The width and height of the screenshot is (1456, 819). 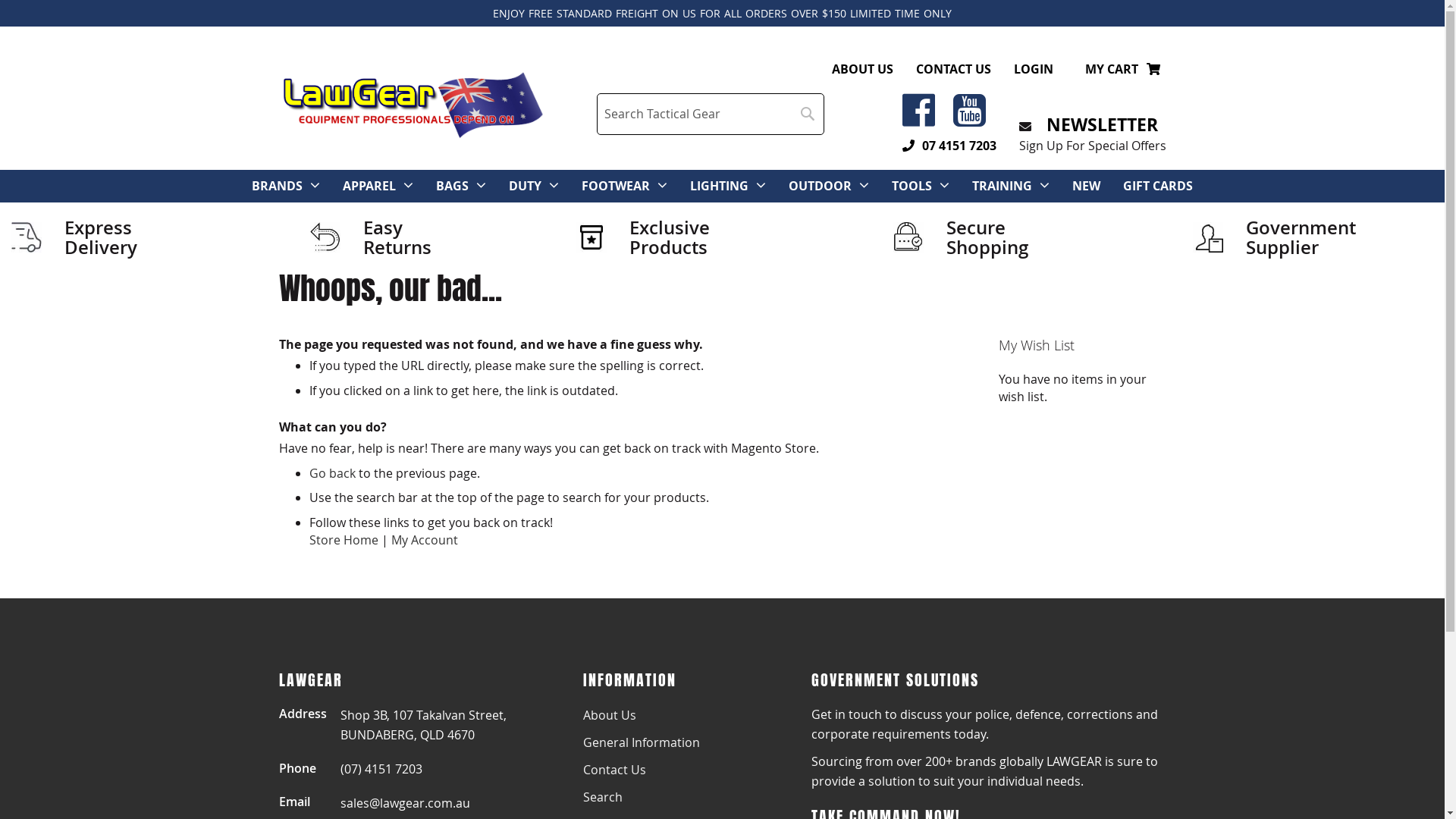 I want to click on 'LOGIN', so click(x=1032, y=69).